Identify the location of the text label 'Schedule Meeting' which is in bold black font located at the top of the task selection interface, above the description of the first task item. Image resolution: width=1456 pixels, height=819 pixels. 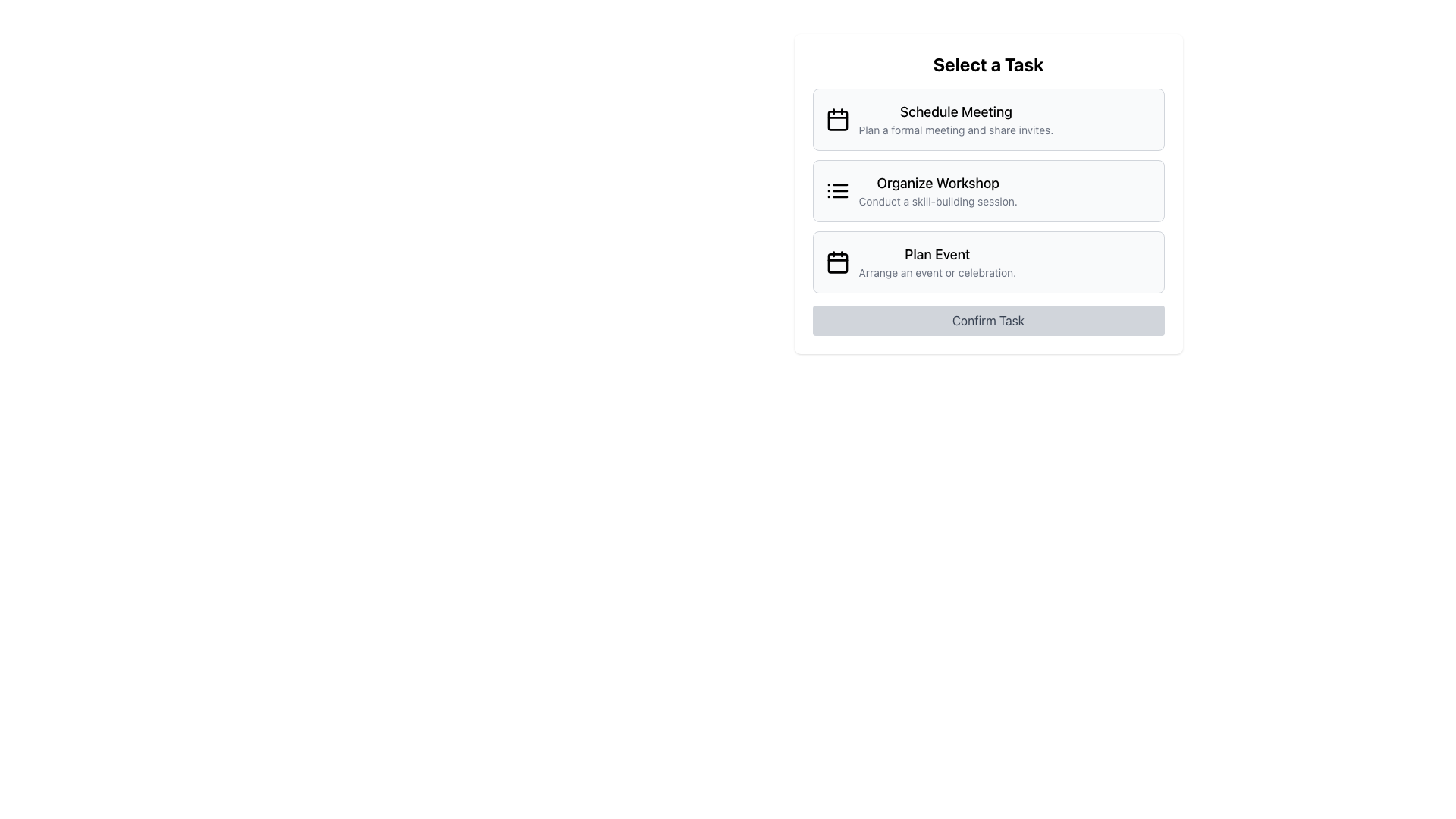
(955, 111).